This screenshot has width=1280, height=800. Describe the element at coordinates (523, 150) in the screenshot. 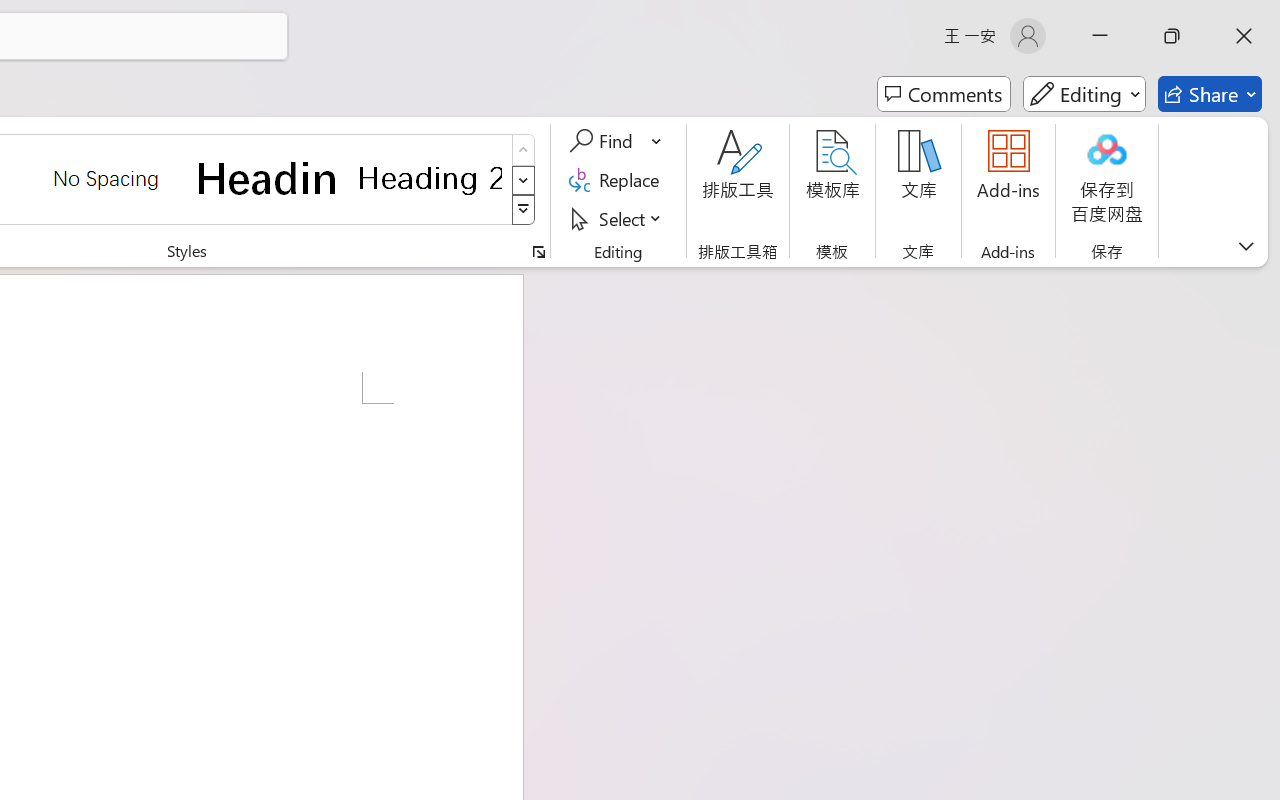

I see `'Row up'` at that location.